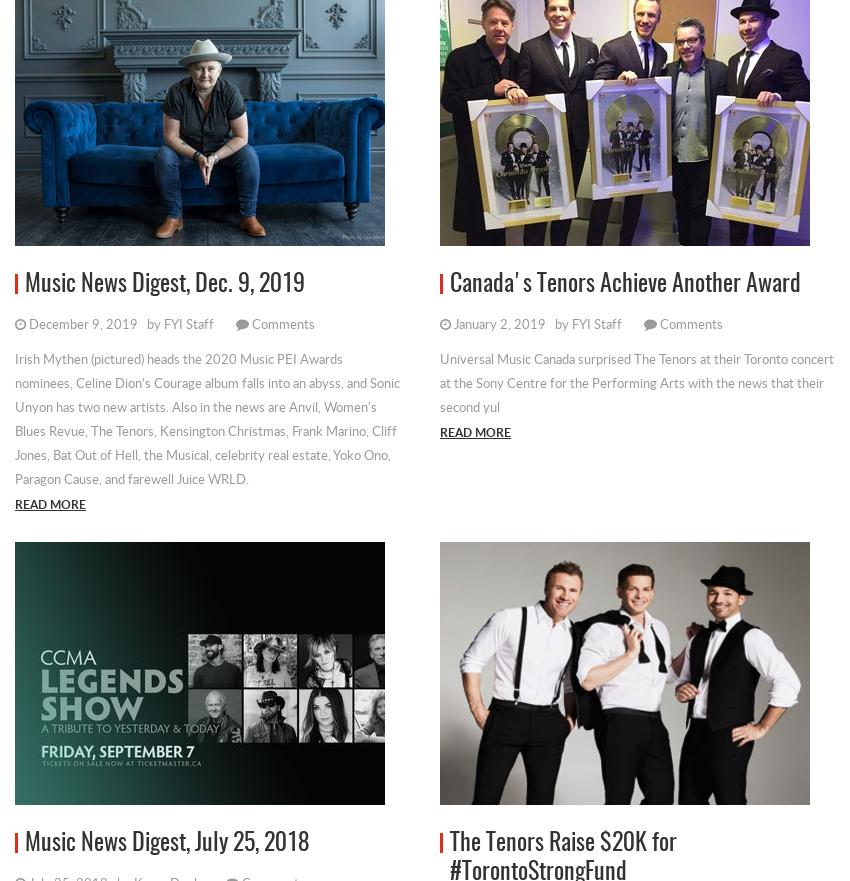 The width and height of the screenshot is (850, 881). Describe the element at coordinates (167, 842) in the screenshot. I see `'Music News Digest, July 25, 2018'` at that location.